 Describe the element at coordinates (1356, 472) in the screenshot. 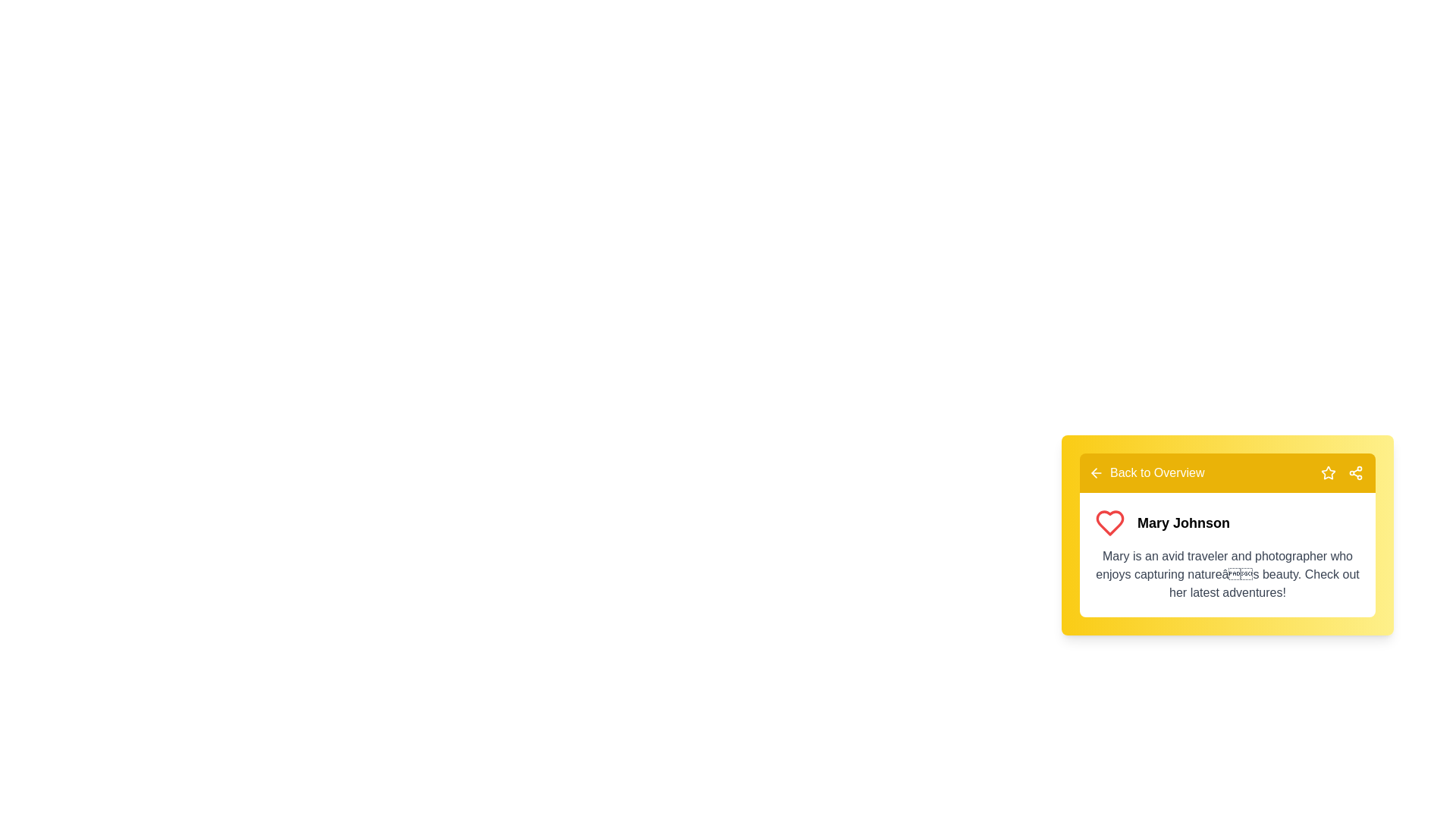

I see `the share icon located in the top-right section of the yellow header bar of the card interface` at that location.